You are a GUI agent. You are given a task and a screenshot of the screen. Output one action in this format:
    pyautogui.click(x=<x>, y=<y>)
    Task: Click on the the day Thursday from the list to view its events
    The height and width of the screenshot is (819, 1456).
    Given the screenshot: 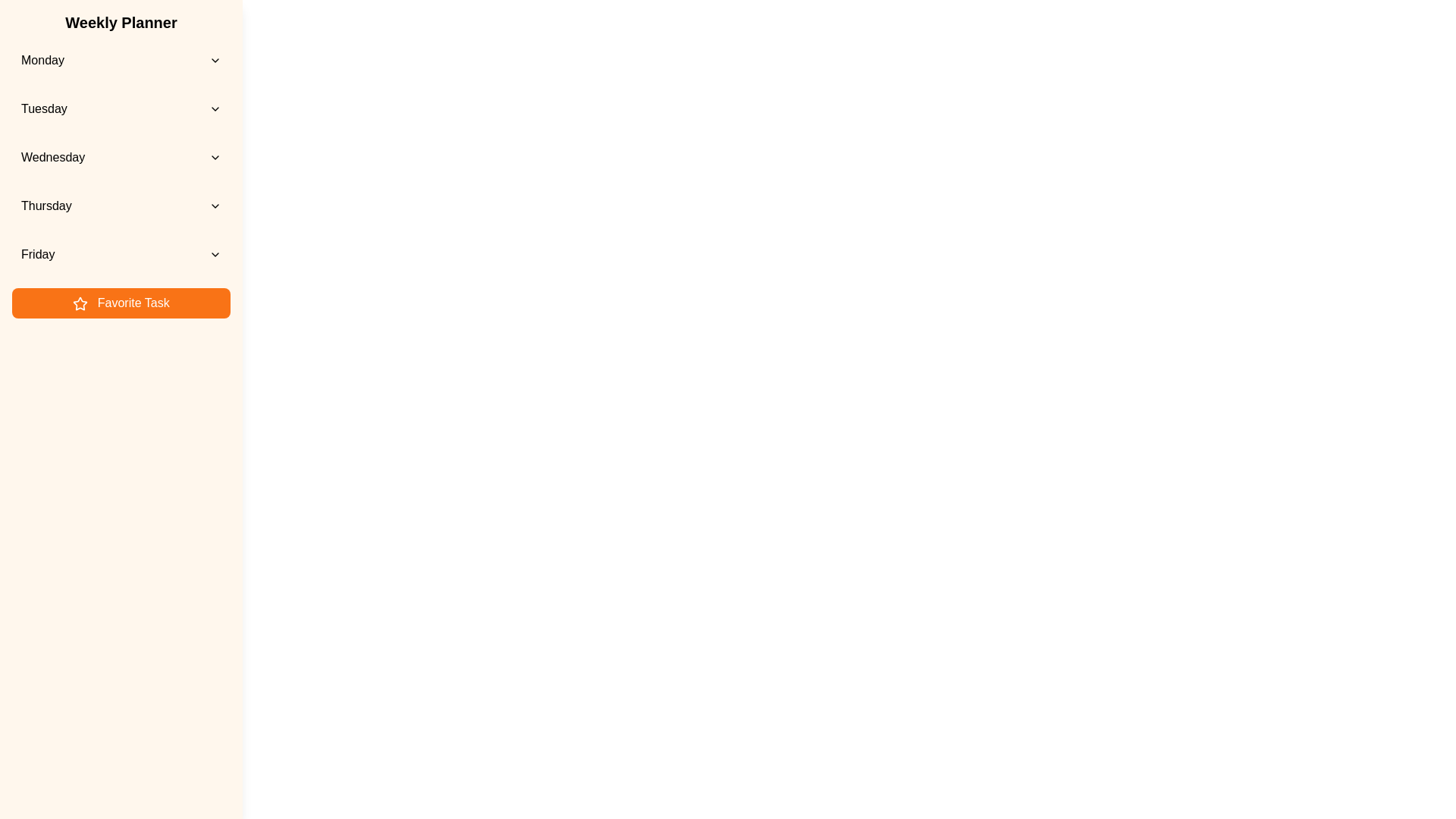 What is the action you would take?
    pyautogui.click(x=120, y=206)
    